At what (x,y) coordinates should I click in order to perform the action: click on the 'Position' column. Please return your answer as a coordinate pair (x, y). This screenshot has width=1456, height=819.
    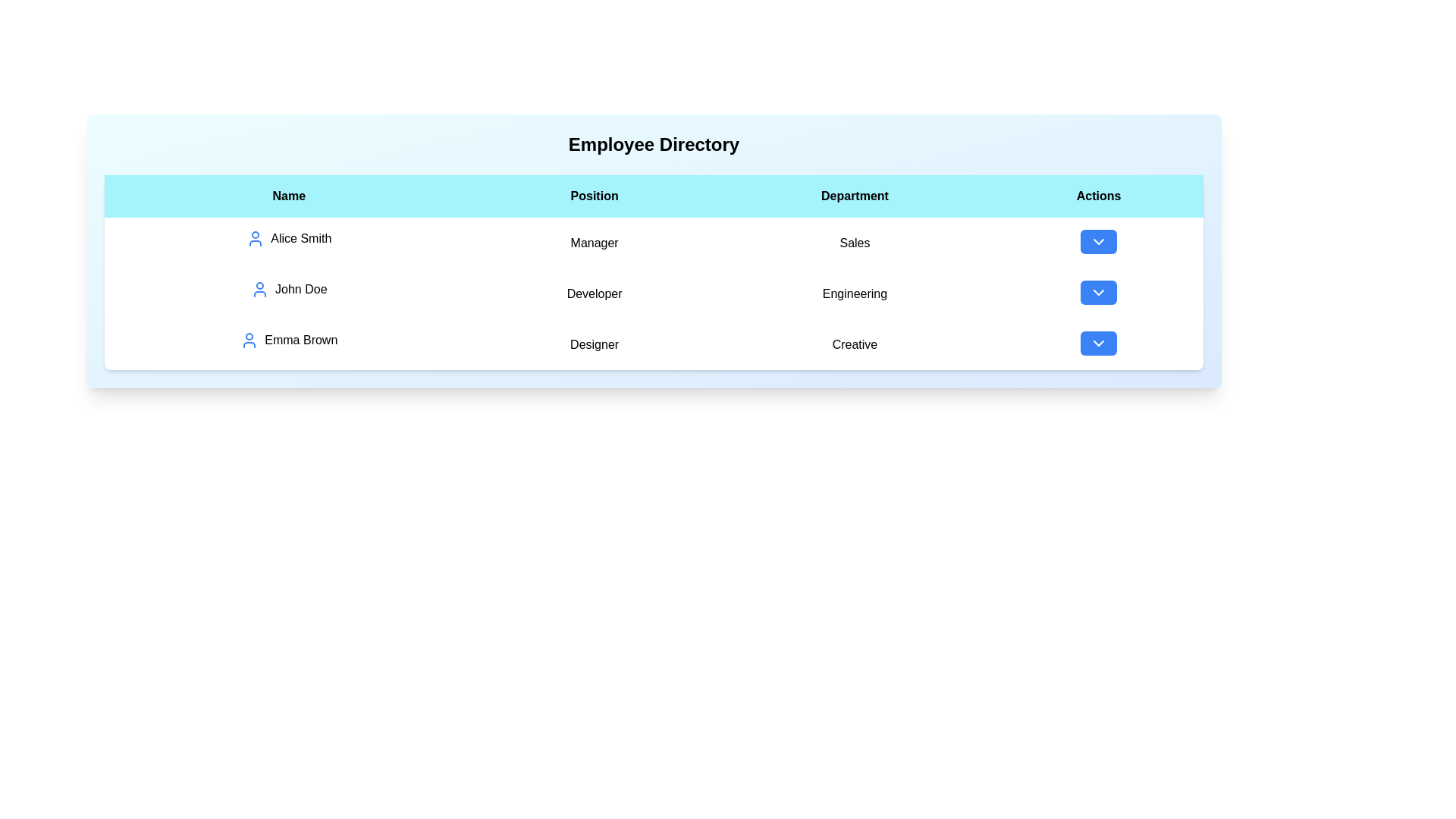
    Looking at the image, I should click on (593, 344).